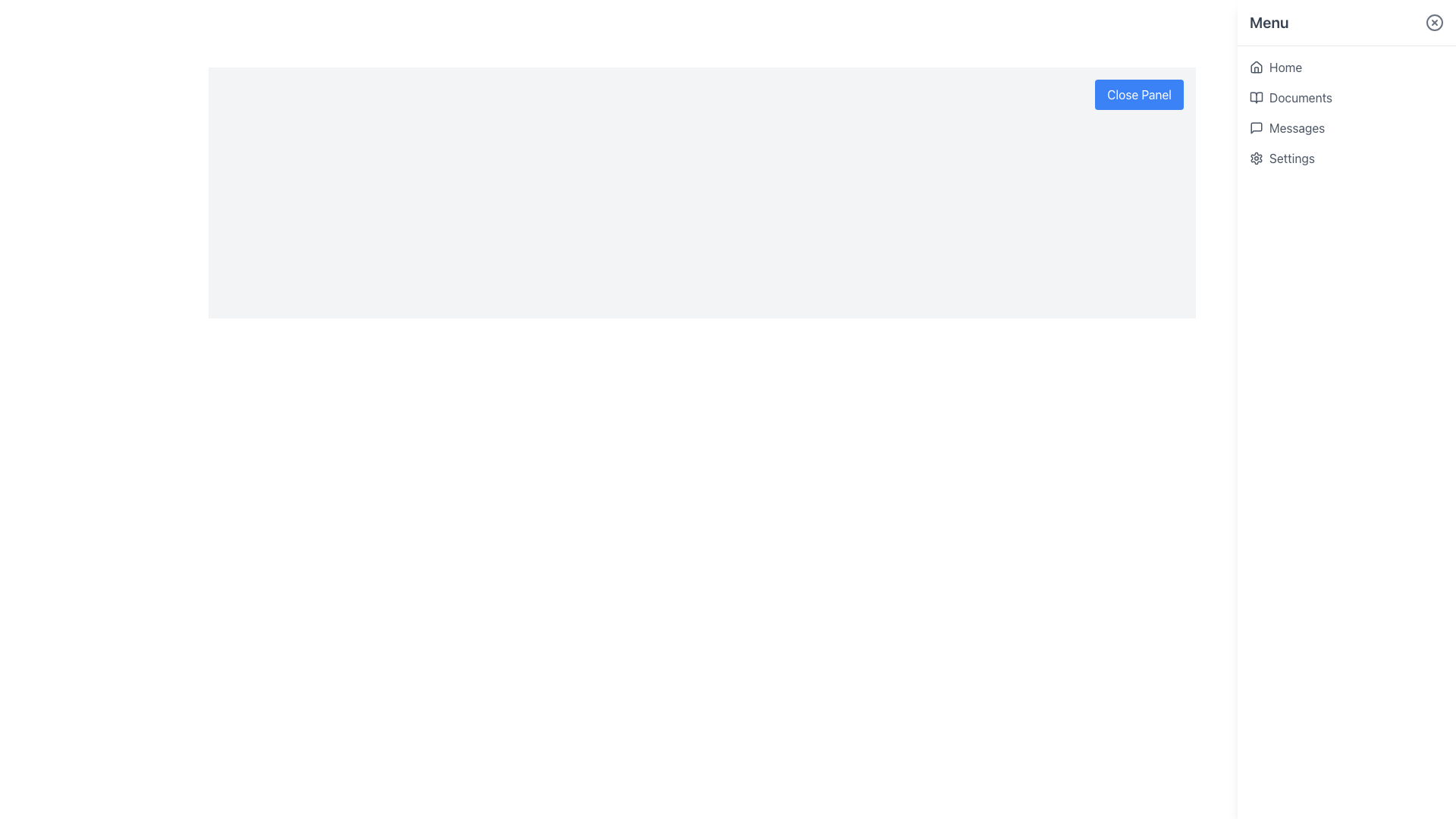 This screenshot has width=1456, height=819. What do you see at coordinates (1256, 97) in the screenshot?
I see `the open book icon located in the menu panel next to the 'Documents' label` at bounding box center [1256, 97].